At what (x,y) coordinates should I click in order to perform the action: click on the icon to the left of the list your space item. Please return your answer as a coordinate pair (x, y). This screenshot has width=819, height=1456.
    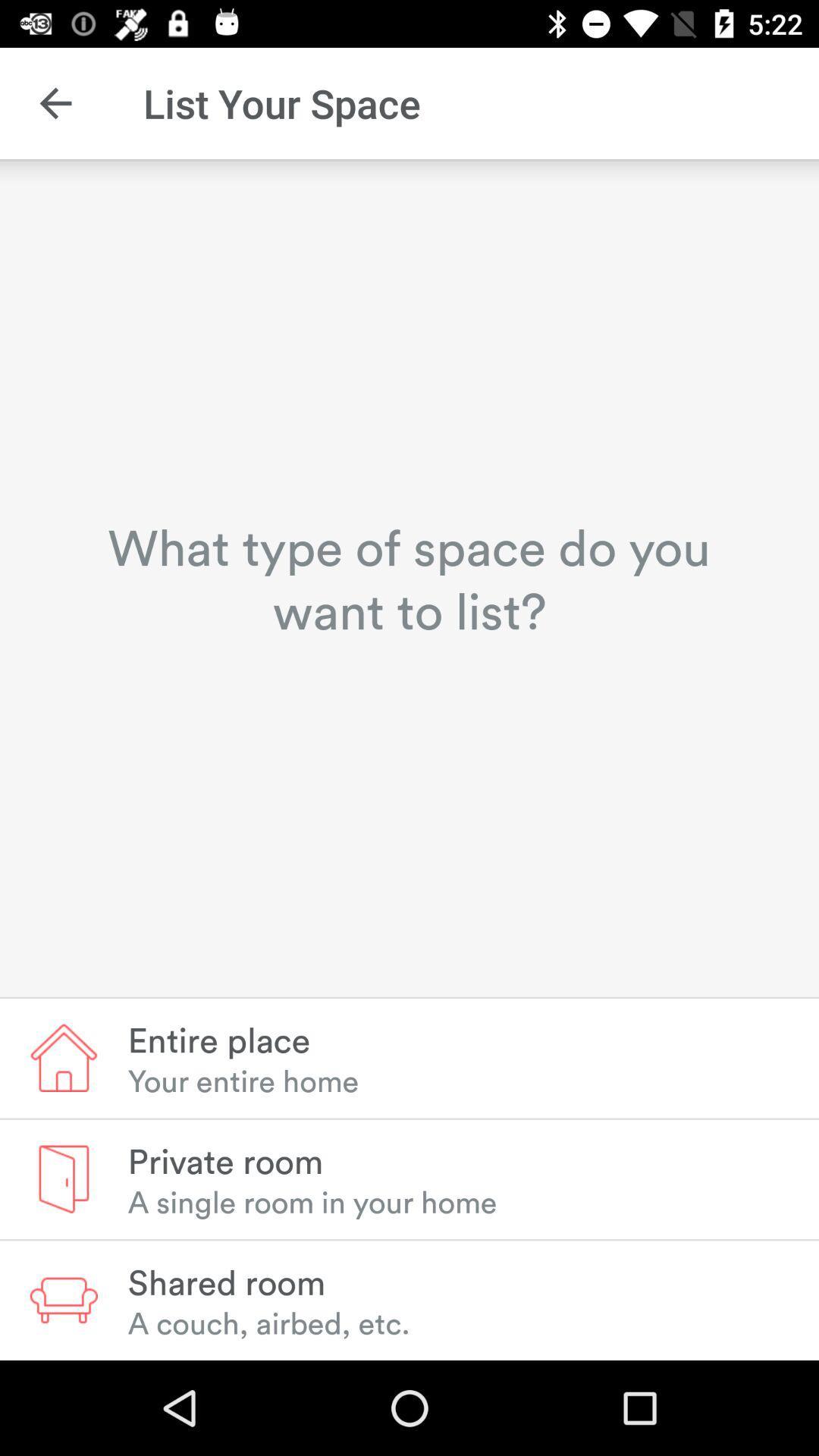
    Looking at the image, I should click on (55, 102).